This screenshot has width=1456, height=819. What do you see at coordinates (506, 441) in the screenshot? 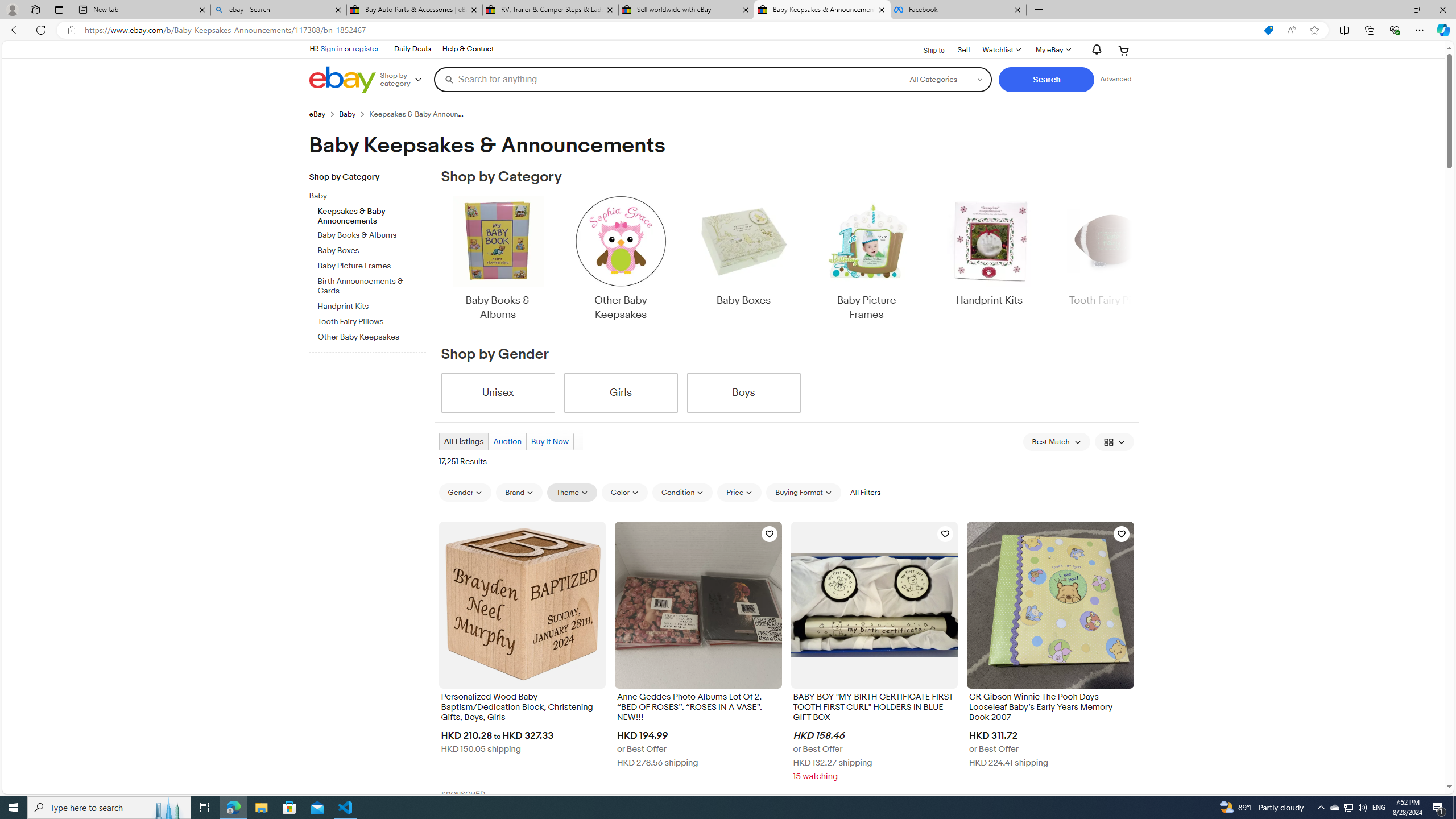
I see `'Auction'` at bounding box center [506, 441].